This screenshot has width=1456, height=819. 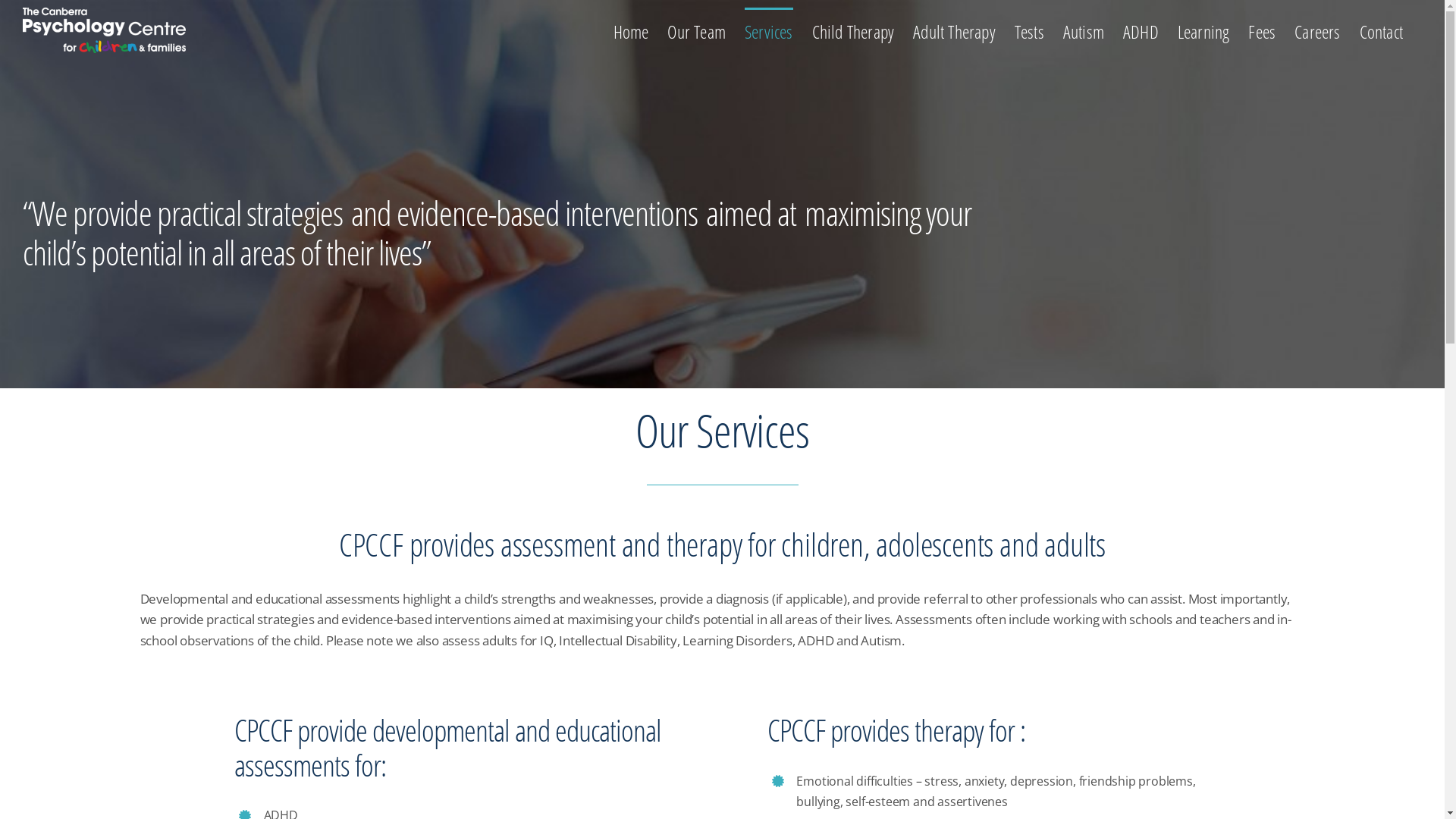 I want to click on 'Home', so click(x=630, y=30).